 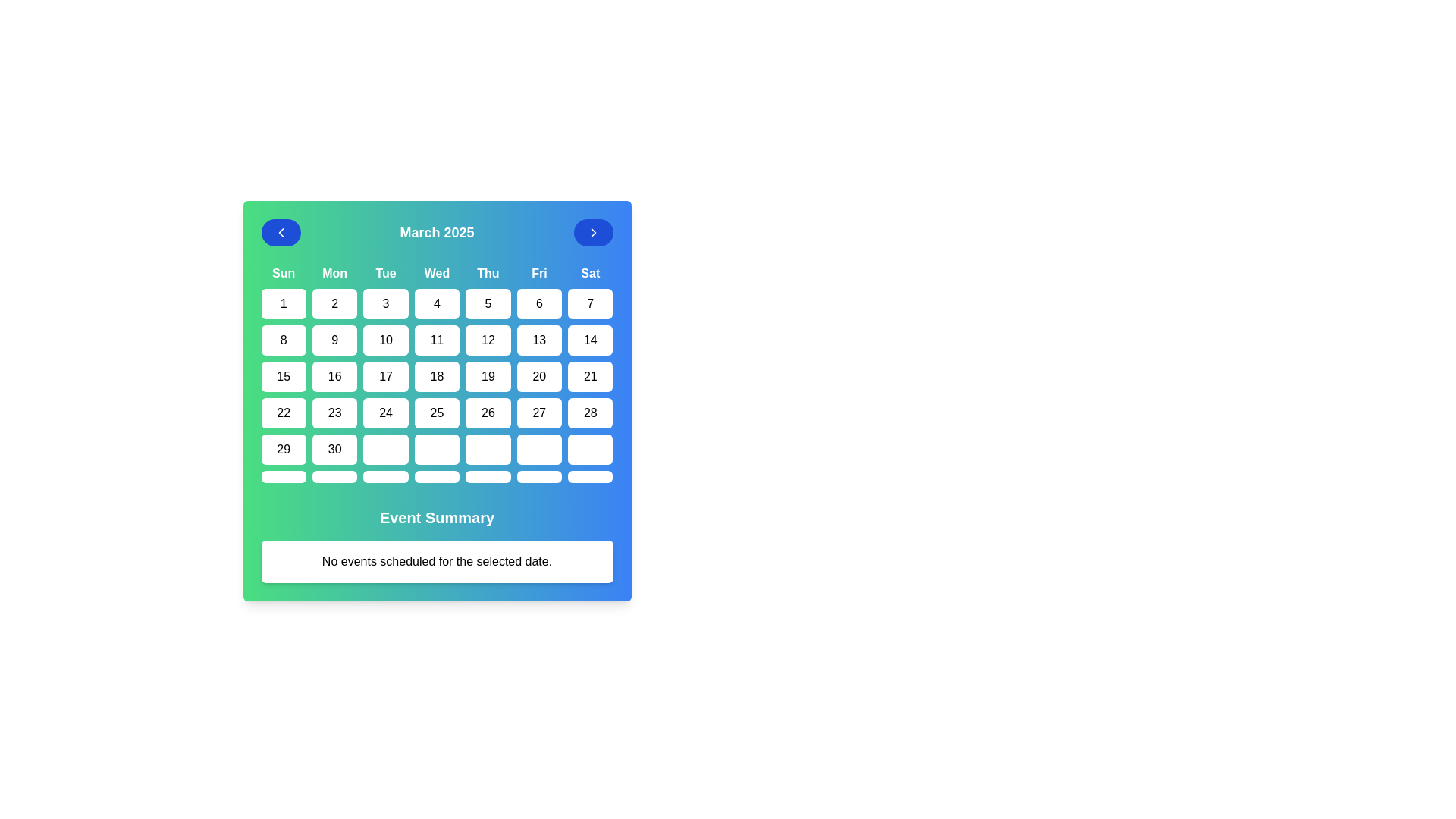 What do you see at coordinates (436, 516) in the screenshot?
I see `the Text Label that serves as a section header for the event summary` at bounding box center [436, 516].